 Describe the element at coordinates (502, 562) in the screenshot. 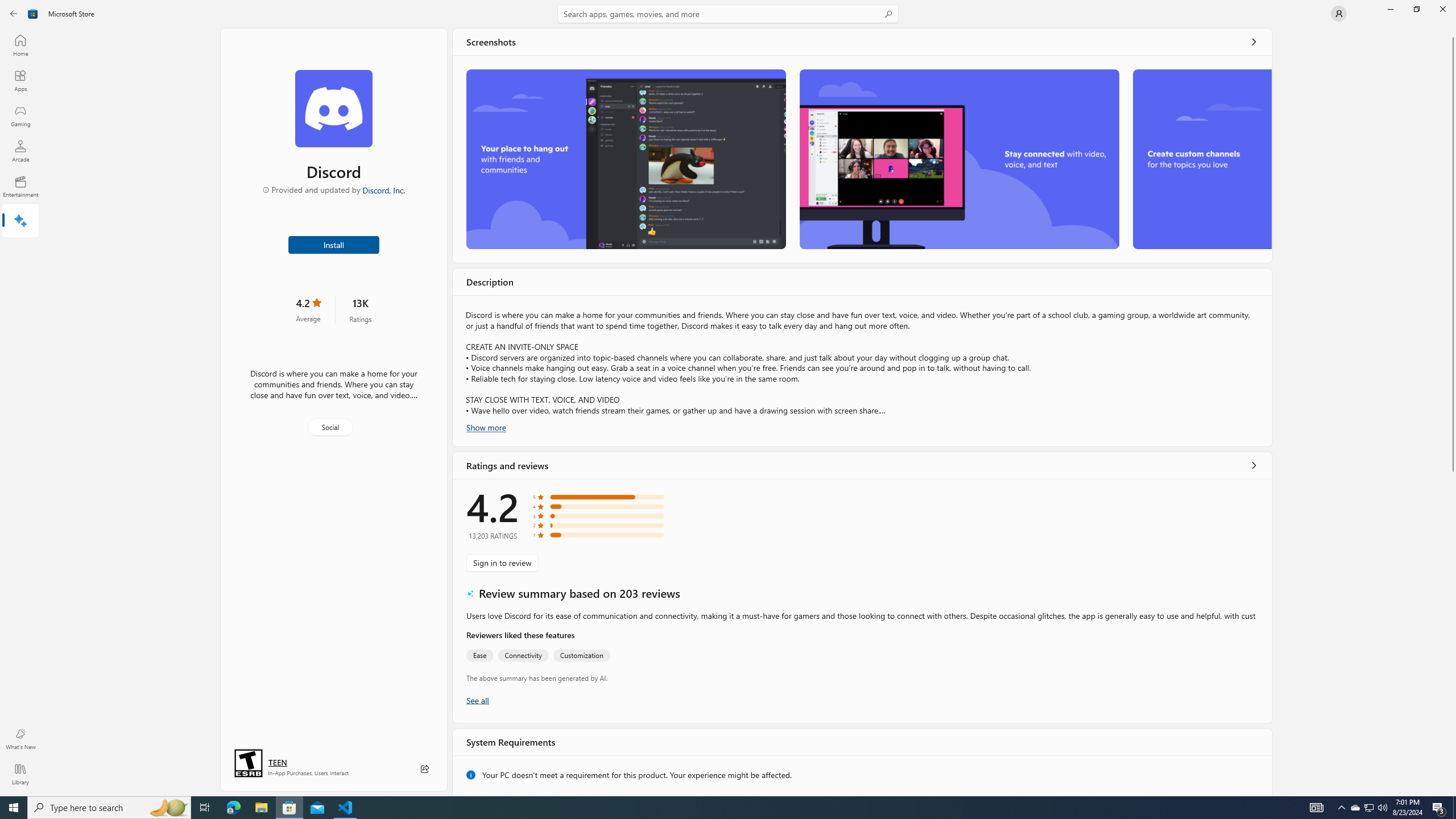

I see `'Sign in to review'` at that location.